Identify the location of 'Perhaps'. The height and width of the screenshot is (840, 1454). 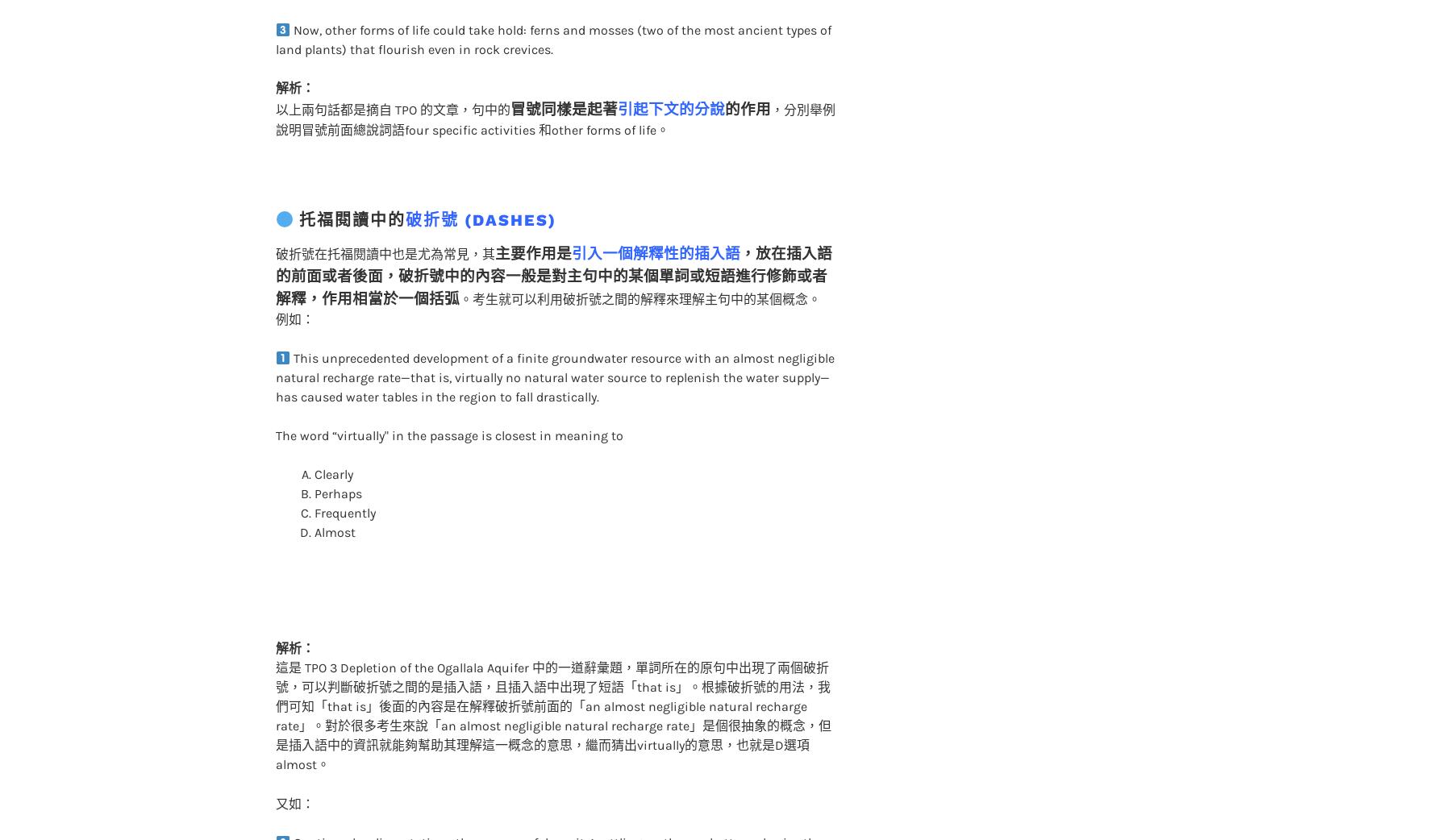
(337, 460).